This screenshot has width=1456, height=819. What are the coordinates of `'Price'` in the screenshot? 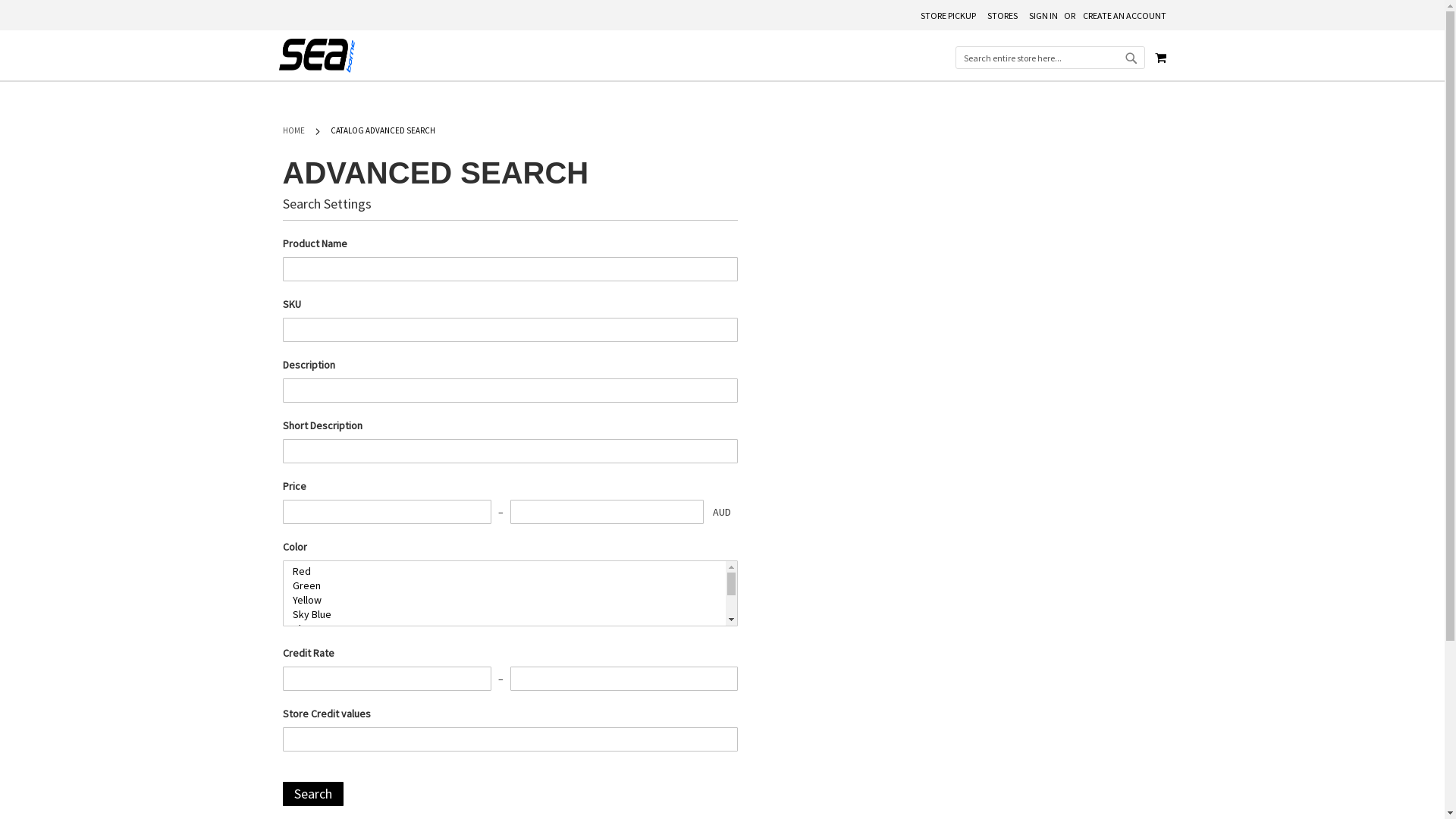 It's located at (386, 512).